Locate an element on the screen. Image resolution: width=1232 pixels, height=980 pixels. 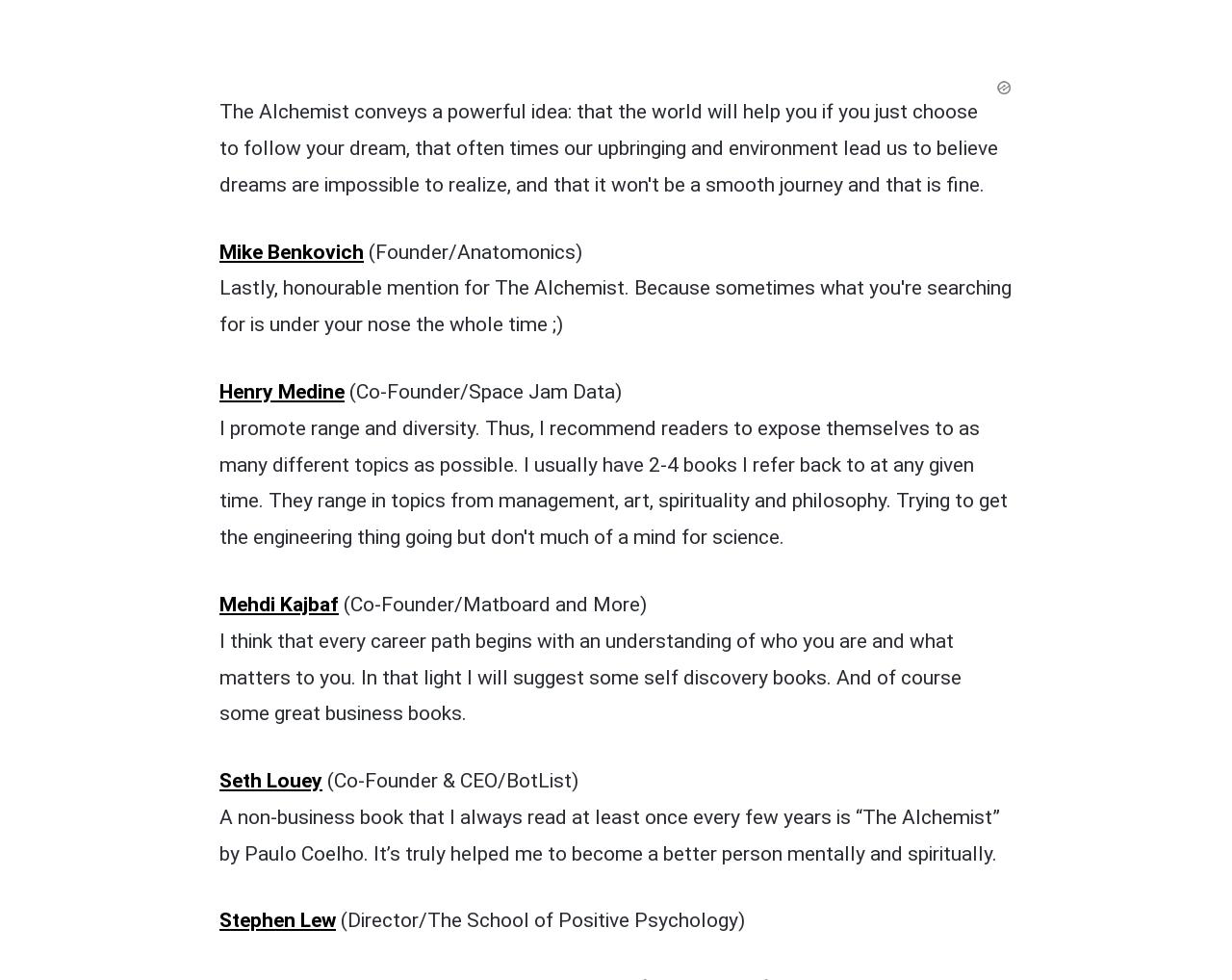
'(Co-Founder/Matboard and More)' is located at coordinates (493, 203).